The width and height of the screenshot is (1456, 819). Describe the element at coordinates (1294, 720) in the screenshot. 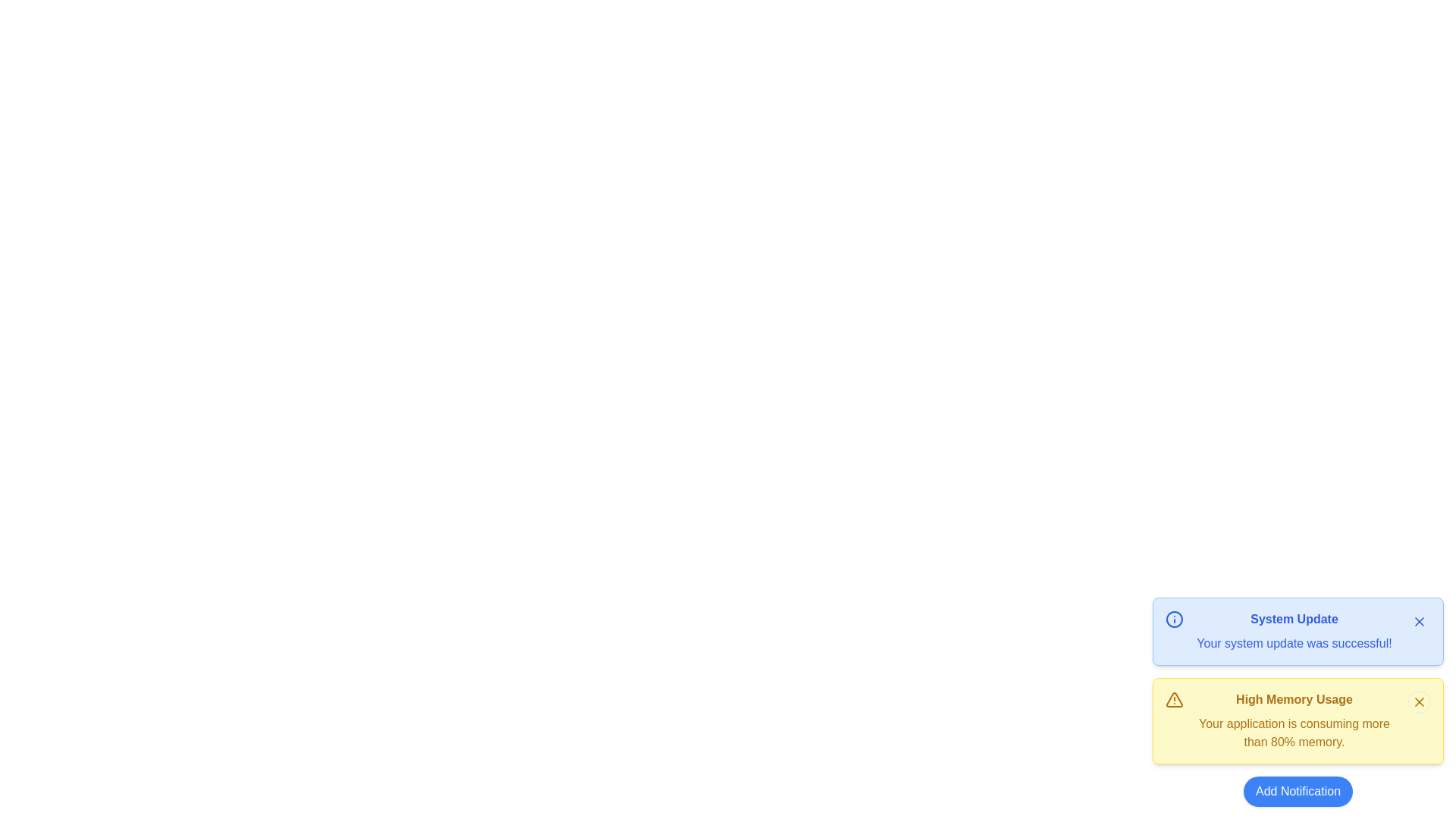

I see `the notification message about memory usage, which is the second notification in the stack, to potentially display a tooltip` at that location.